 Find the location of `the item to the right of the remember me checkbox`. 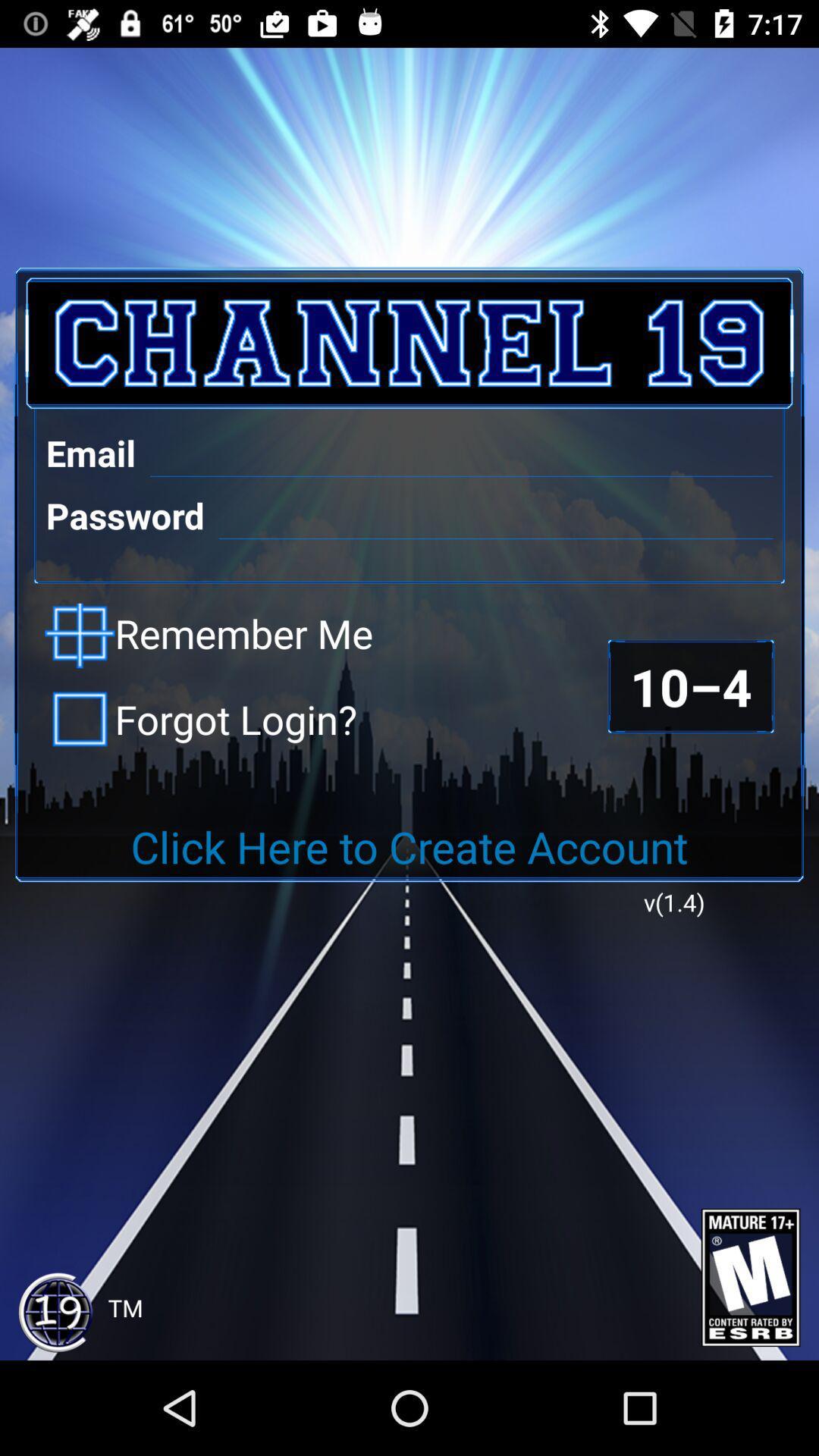

the item to the right of the remember me checkbox is located at coordinates (691, 686).